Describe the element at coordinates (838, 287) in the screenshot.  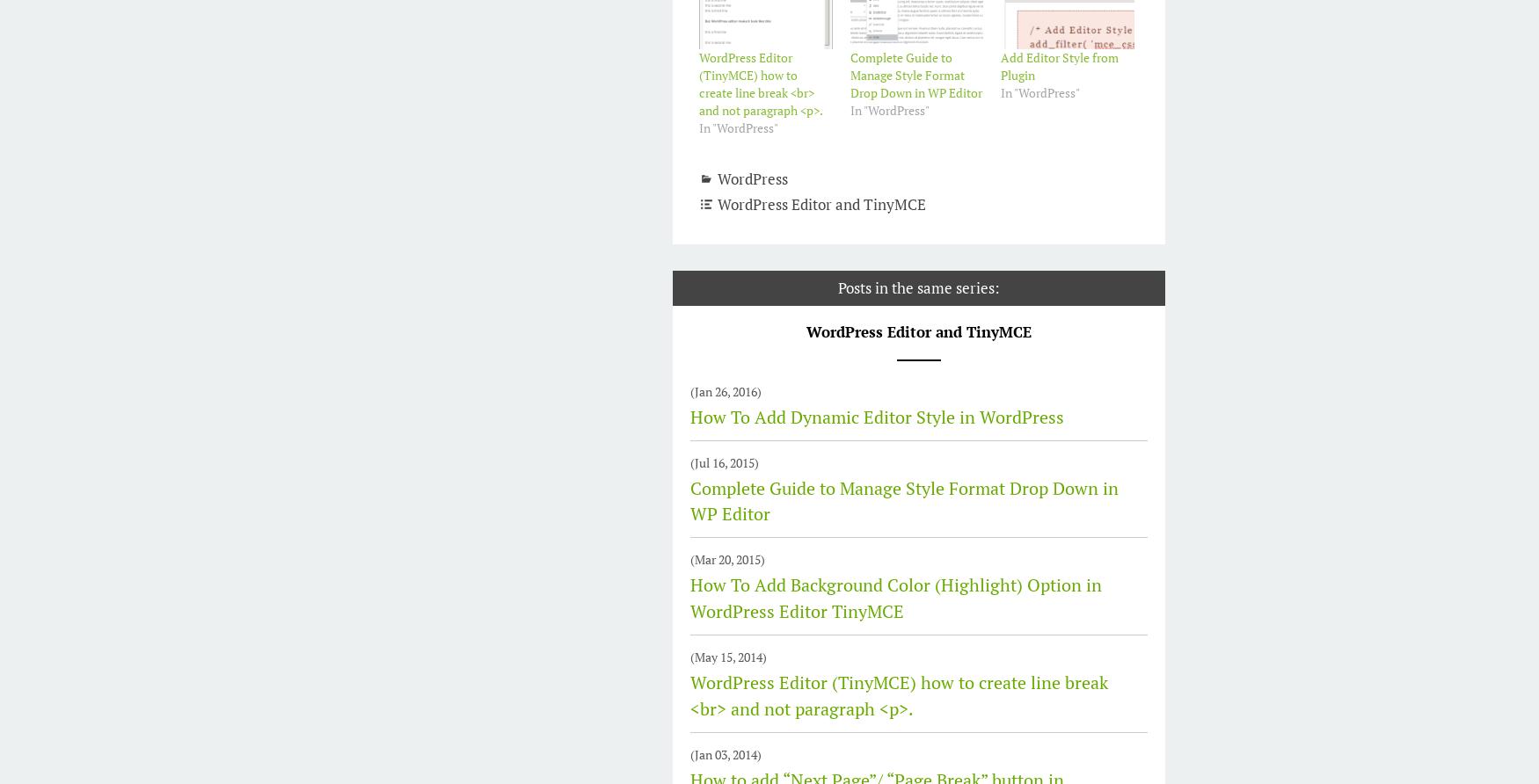
I see `'Posts in the same series:'` at that location.